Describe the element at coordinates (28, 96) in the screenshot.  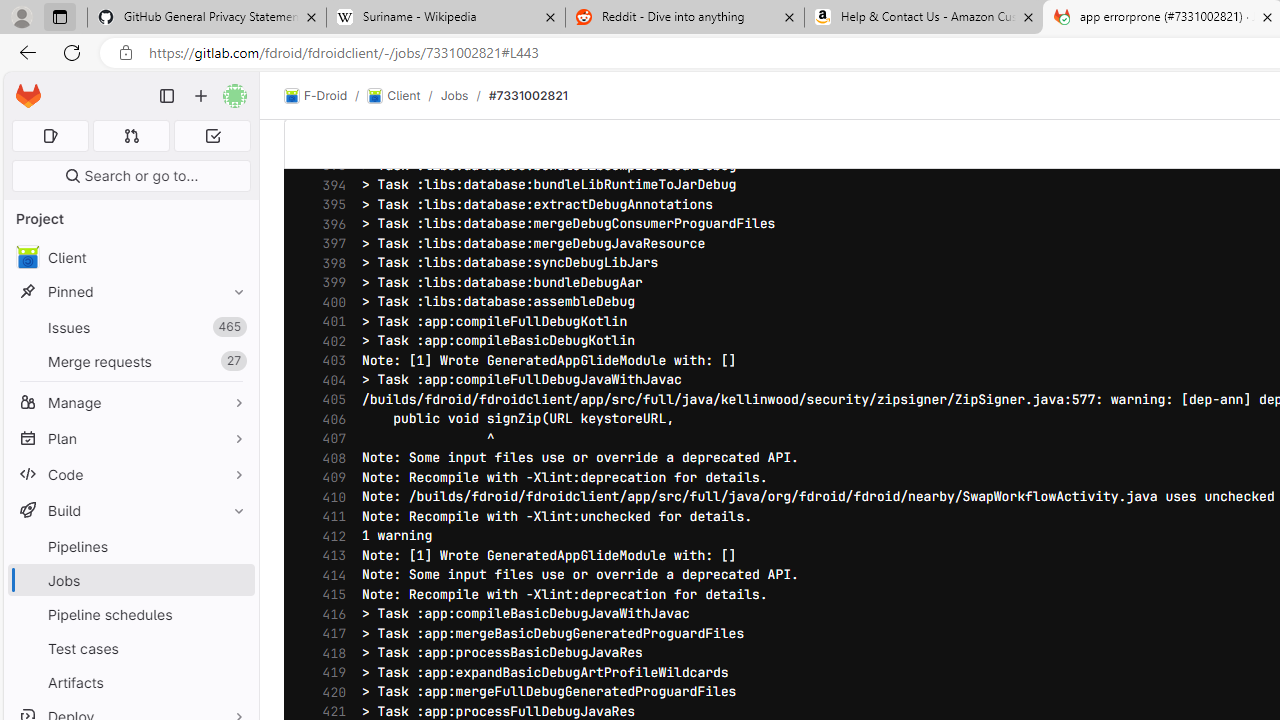
I see `'Homepage'` at that location.